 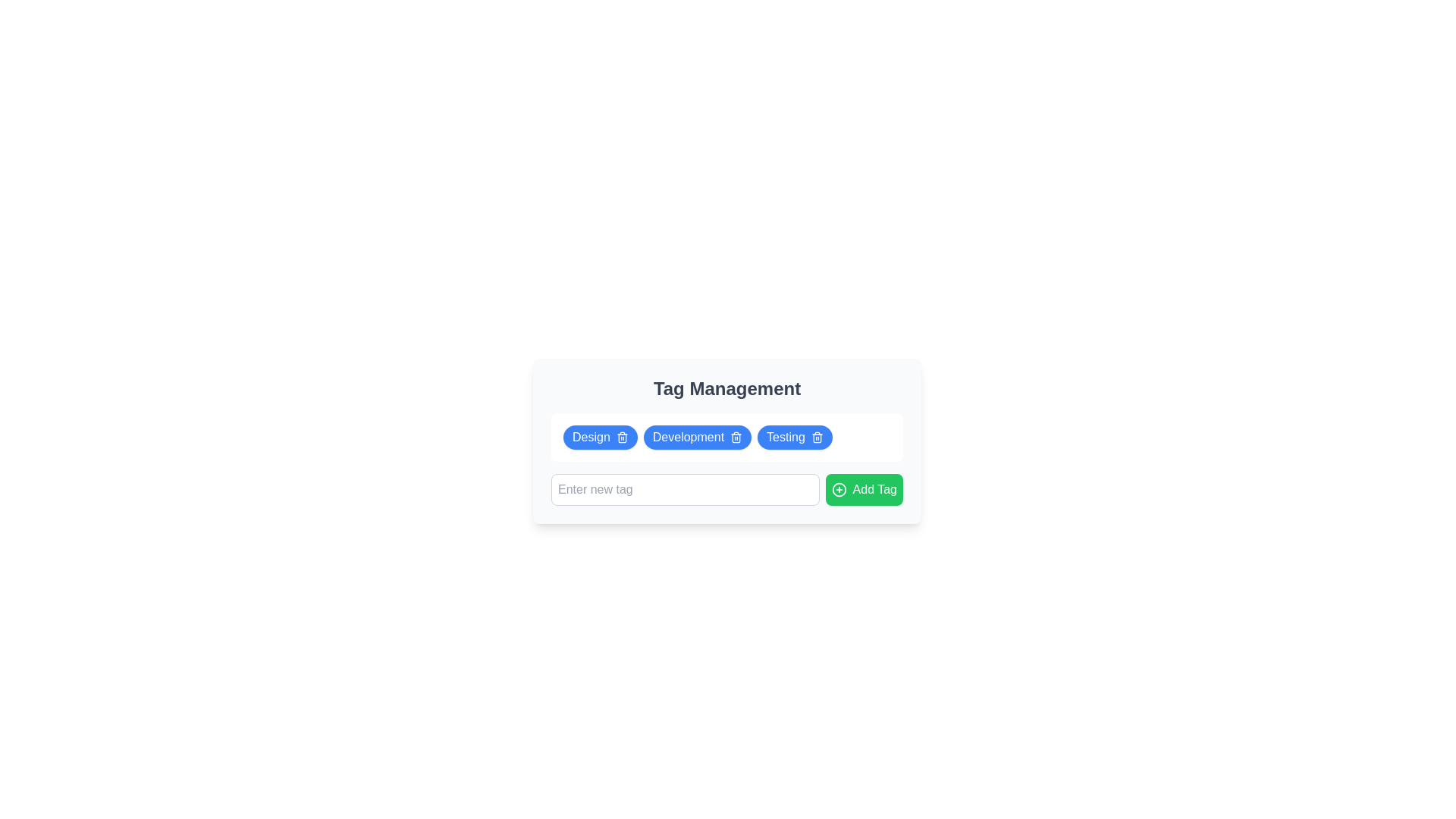 What do you see at coordinates (590, 438) in the screenshot?
I see `the 'Design' tag label in the tag management interface` at bounding box center [590, 438].